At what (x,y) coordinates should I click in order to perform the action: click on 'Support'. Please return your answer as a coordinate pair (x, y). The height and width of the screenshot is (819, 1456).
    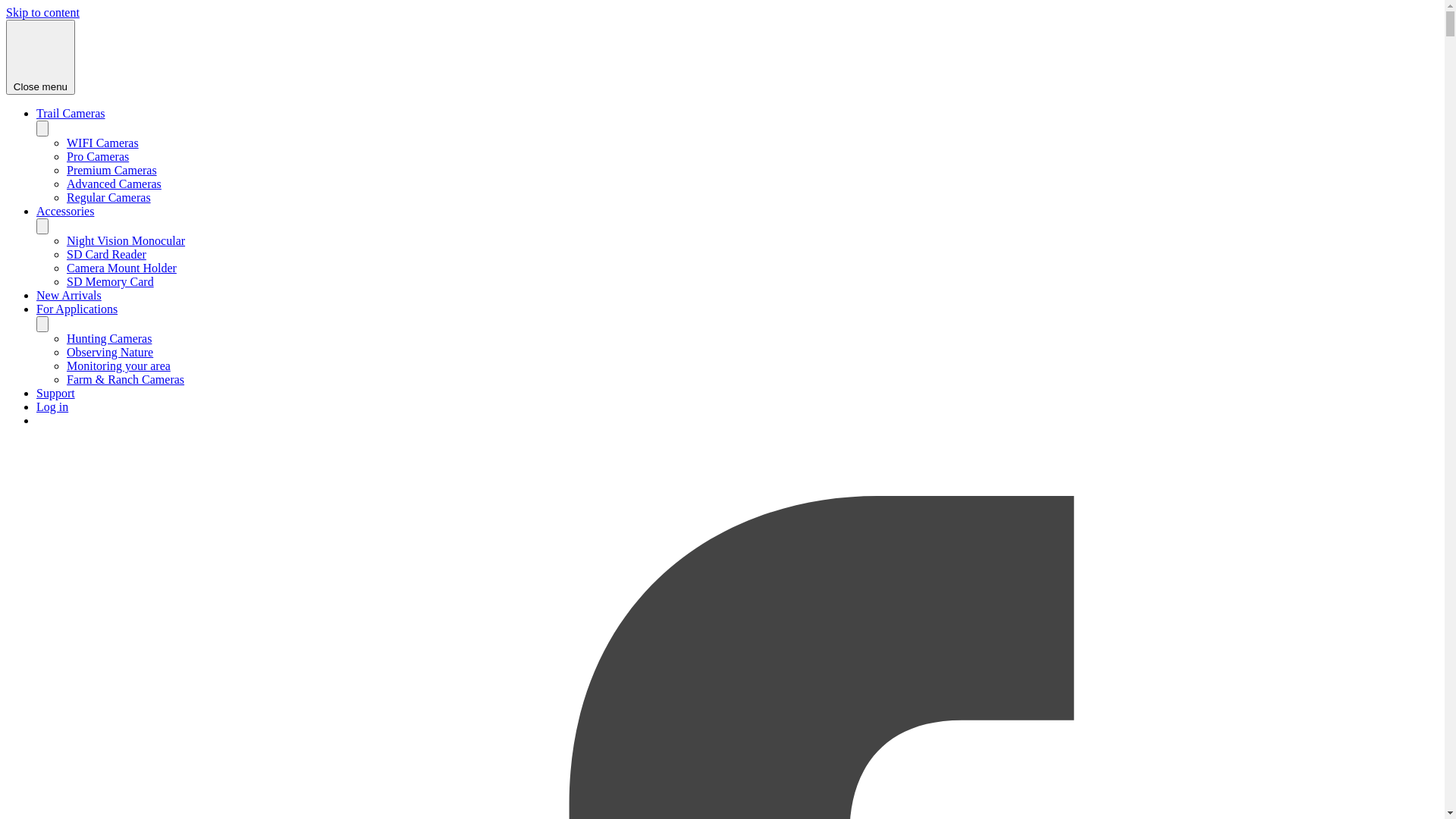
    Looking at the image, I should click on (55, 392).